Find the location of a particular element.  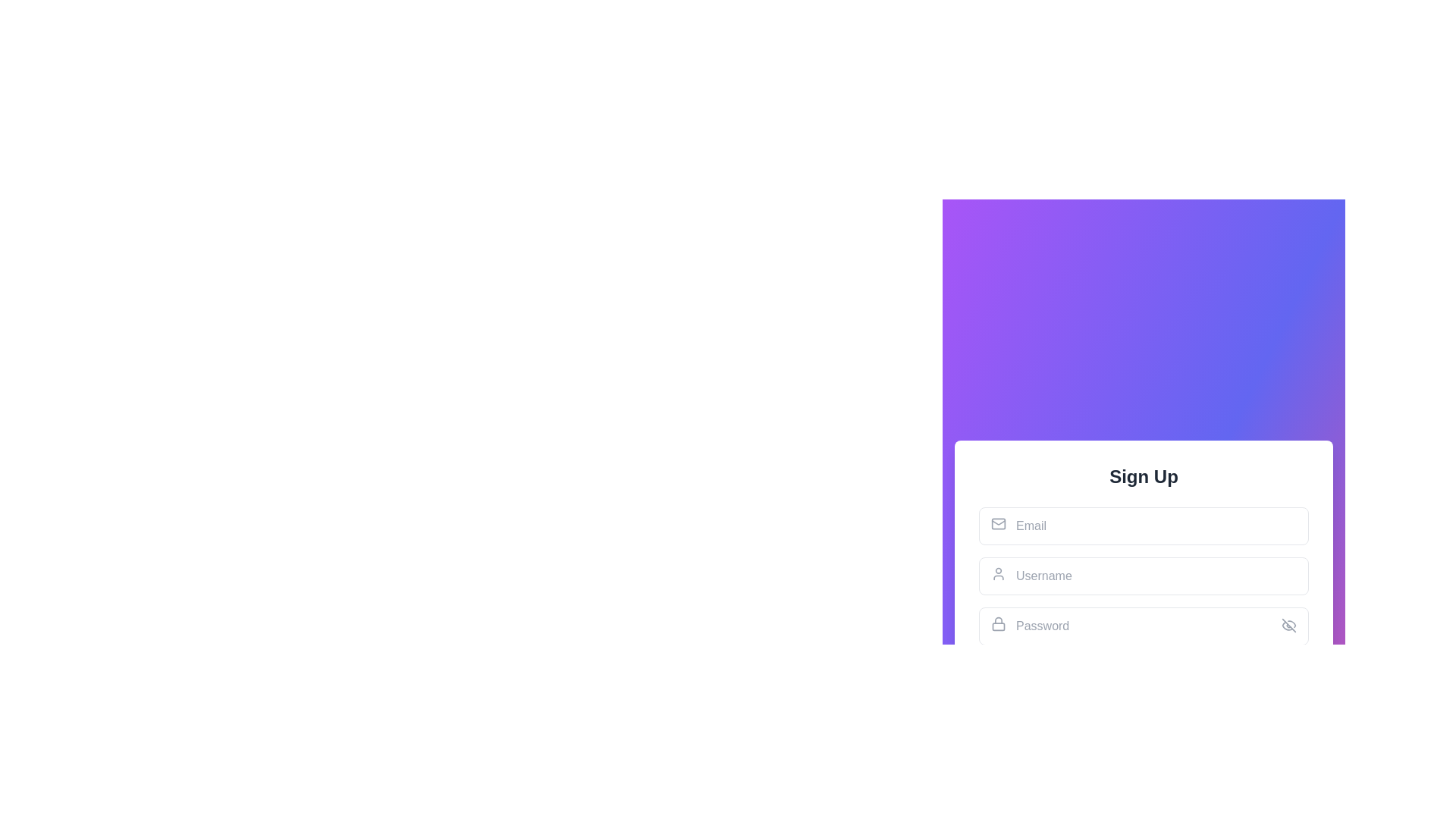

the 'Username' text input field by tabbing through the form's input fields is located at coordinates (1144, 576).